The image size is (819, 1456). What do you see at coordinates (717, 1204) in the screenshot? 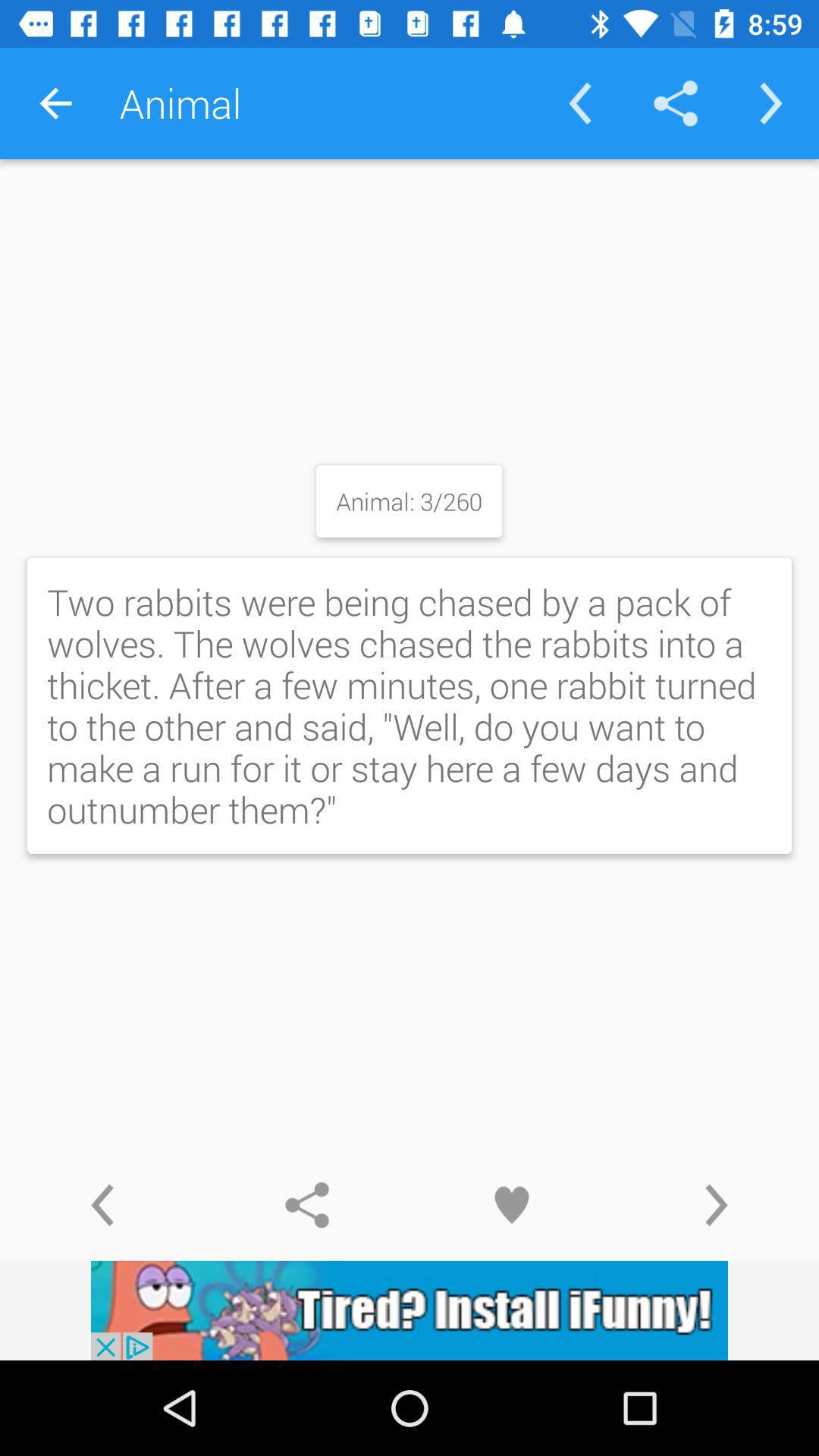
I see `the weather icon` at bounding box center [717, 1204].